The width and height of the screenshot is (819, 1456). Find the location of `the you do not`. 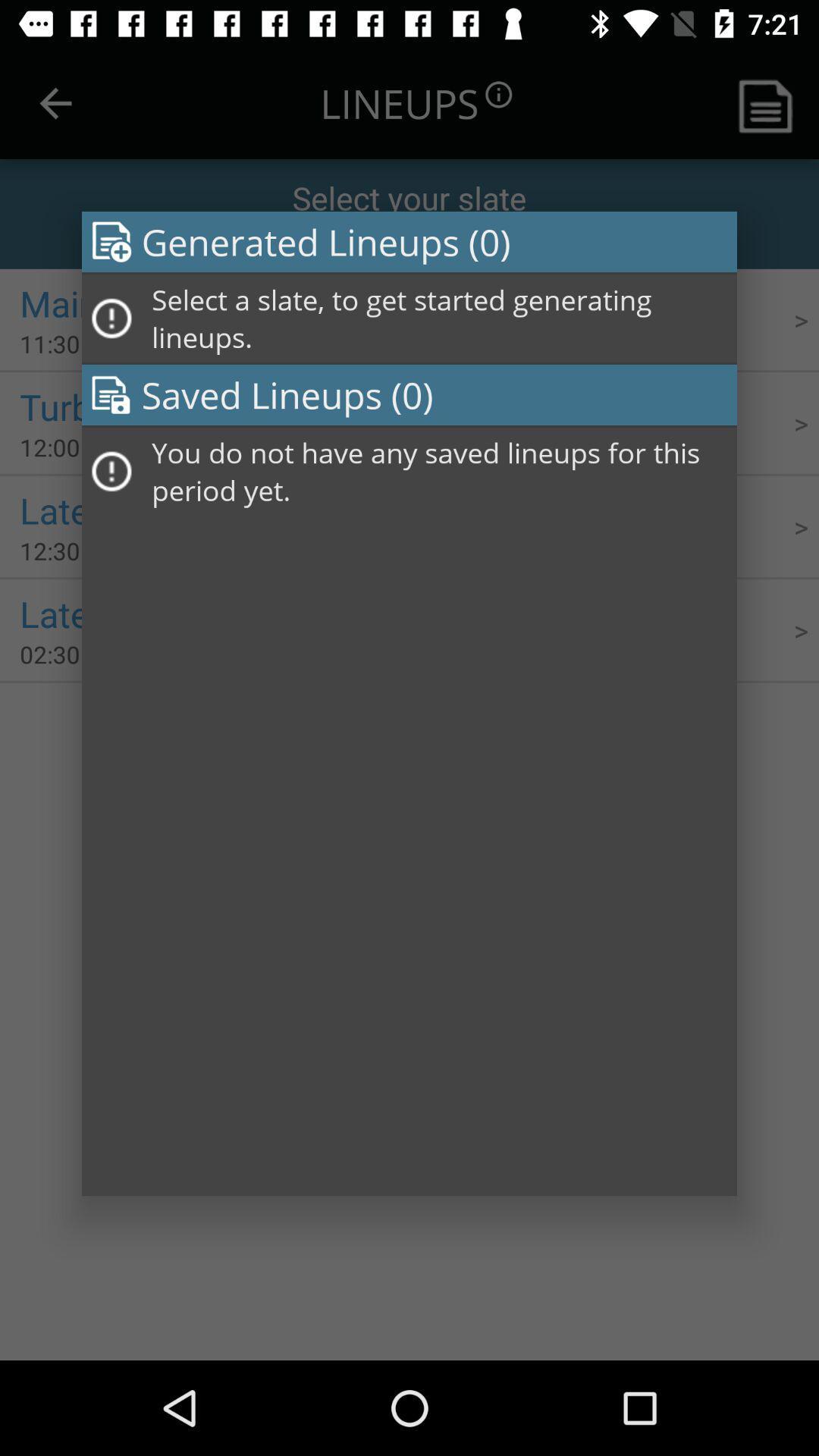

the you do not is located at coordinates (439, 470).